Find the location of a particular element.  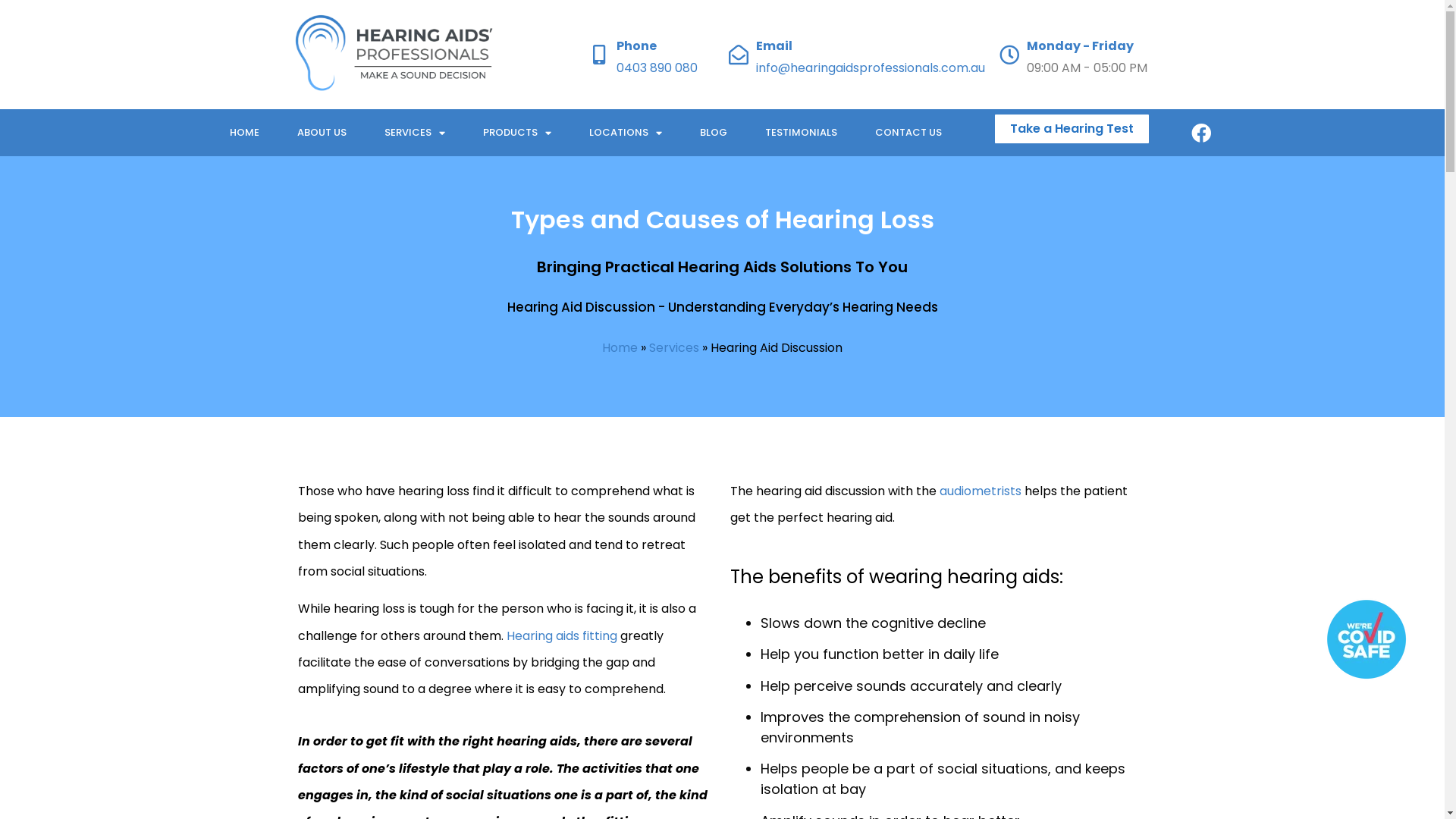

'ABOUT US' is located at coordinates (320, 131).